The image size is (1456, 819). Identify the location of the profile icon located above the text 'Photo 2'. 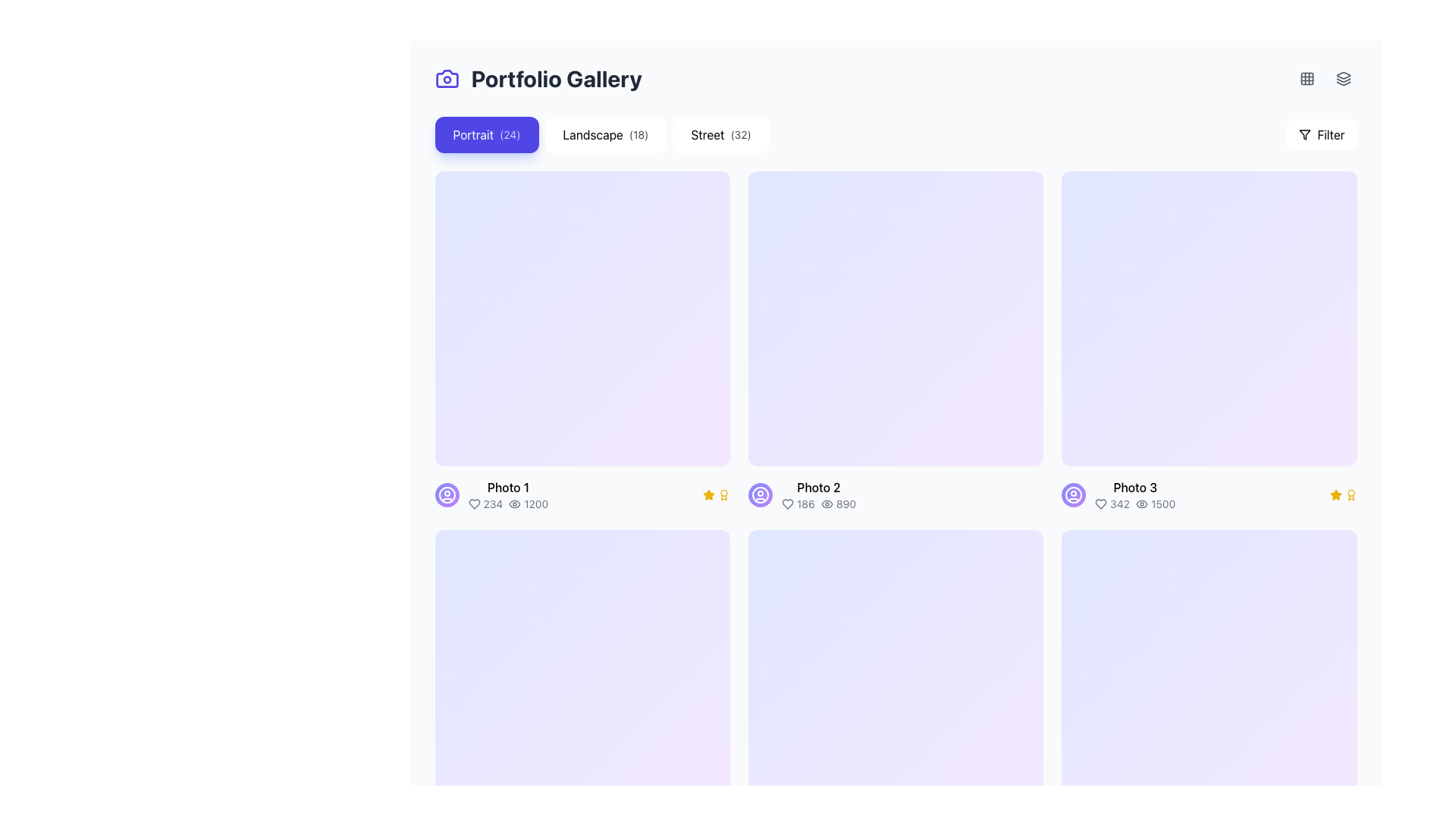
(760, 495).